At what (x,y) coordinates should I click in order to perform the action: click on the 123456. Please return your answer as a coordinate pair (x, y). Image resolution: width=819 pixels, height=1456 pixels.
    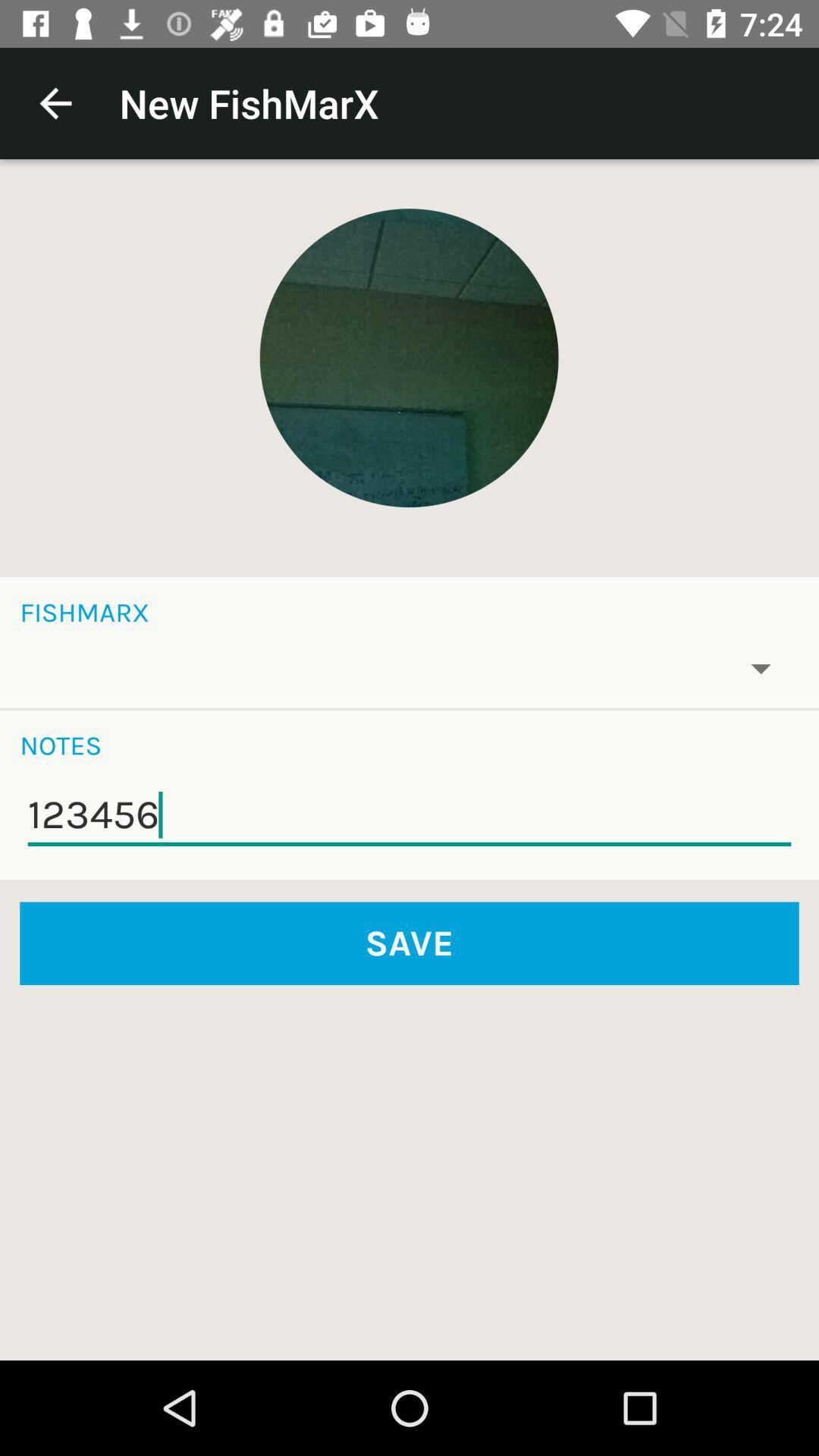
    Looking at the image, I should click on (409, 814).